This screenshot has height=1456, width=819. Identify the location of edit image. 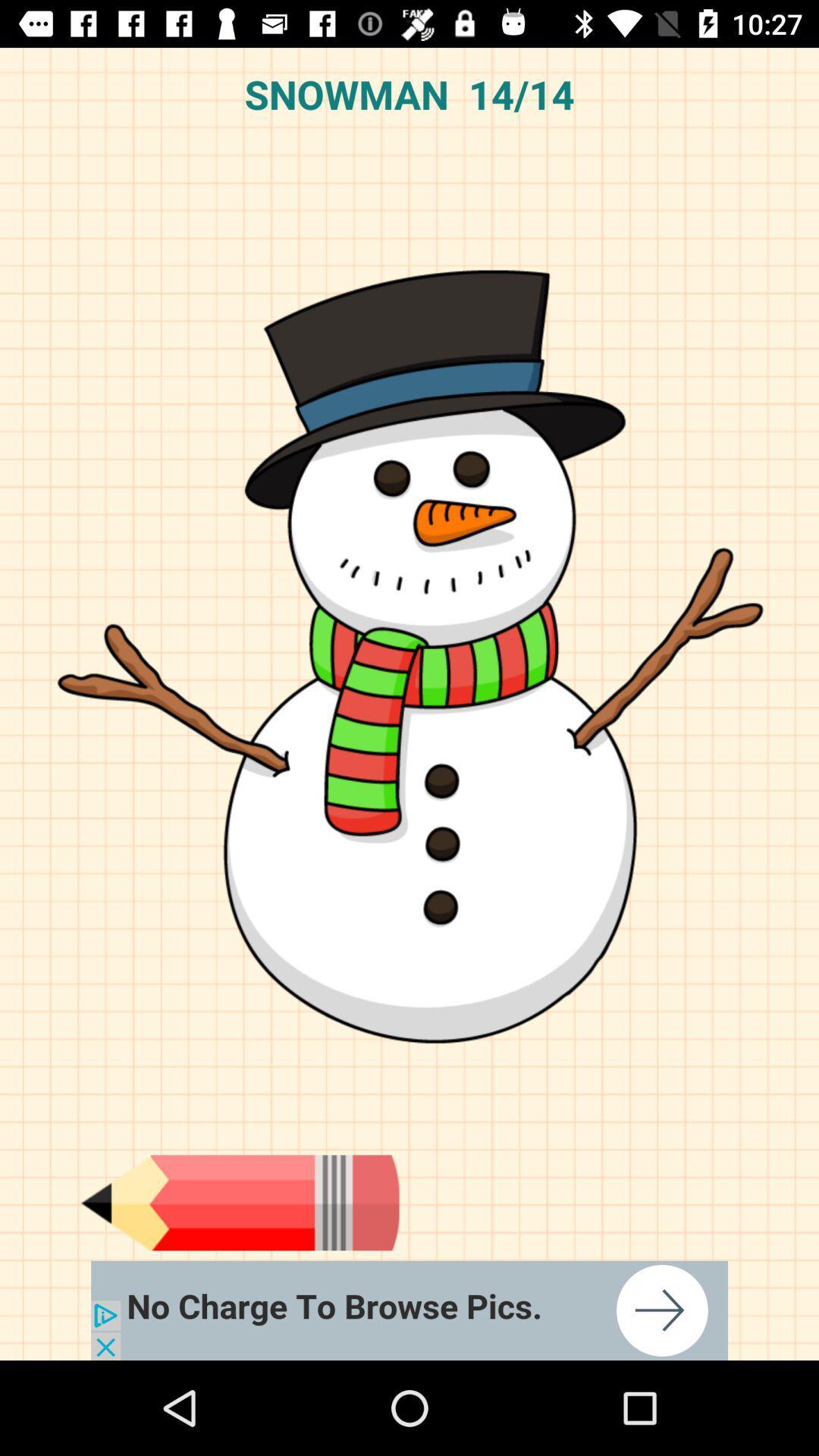
(239, 1202).